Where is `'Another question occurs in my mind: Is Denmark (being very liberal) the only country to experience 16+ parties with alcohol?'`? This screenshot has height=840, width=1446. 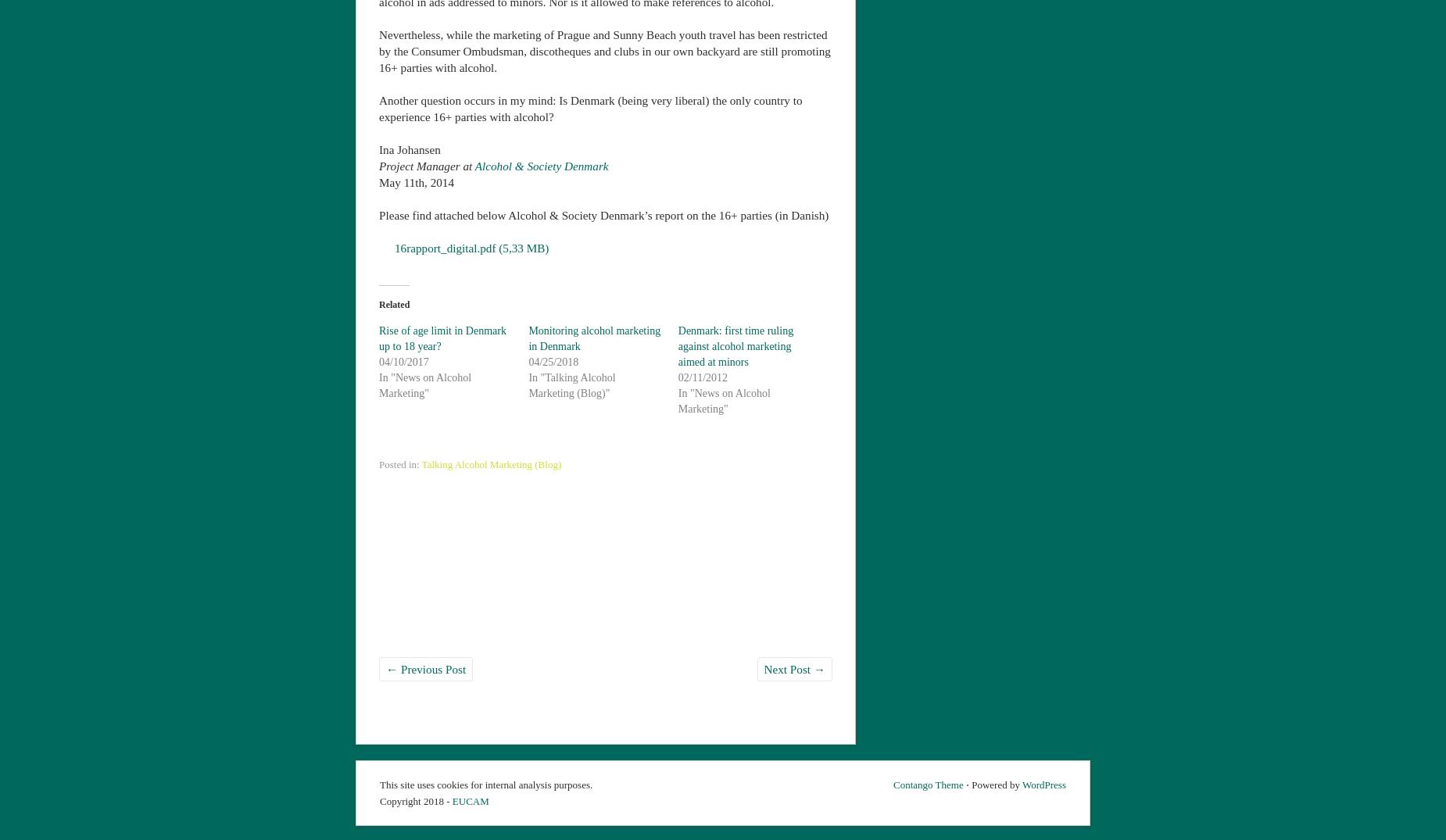
'Another question occurs in my mind: Is Denmark (being very liberal) the only country to experience 16+ parties with alcohol?' is located at coordinates (590, 107).